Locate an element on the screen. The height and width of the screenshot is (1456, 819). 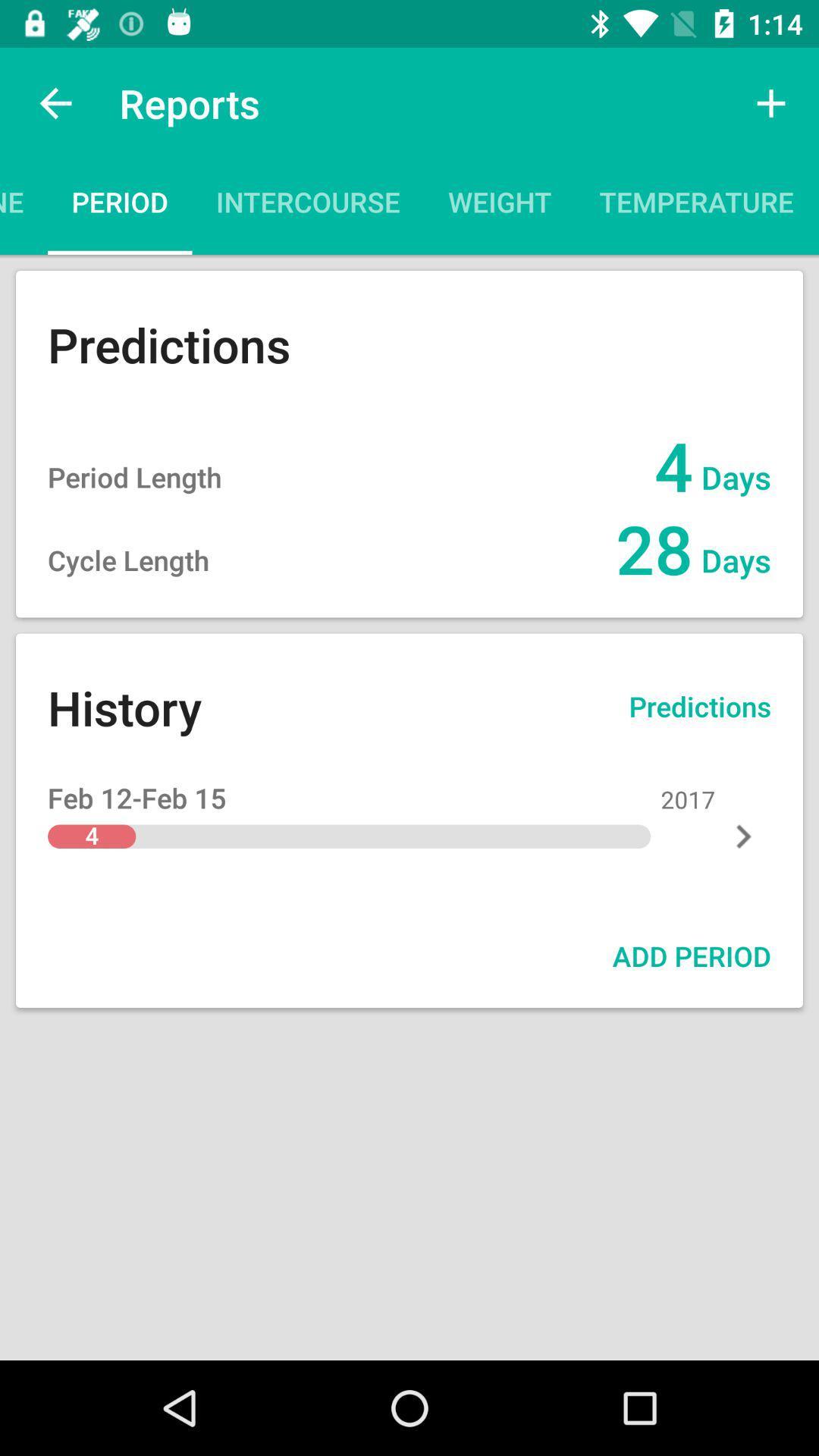
item next to the temperature icon is located at coordinates (500, 206).